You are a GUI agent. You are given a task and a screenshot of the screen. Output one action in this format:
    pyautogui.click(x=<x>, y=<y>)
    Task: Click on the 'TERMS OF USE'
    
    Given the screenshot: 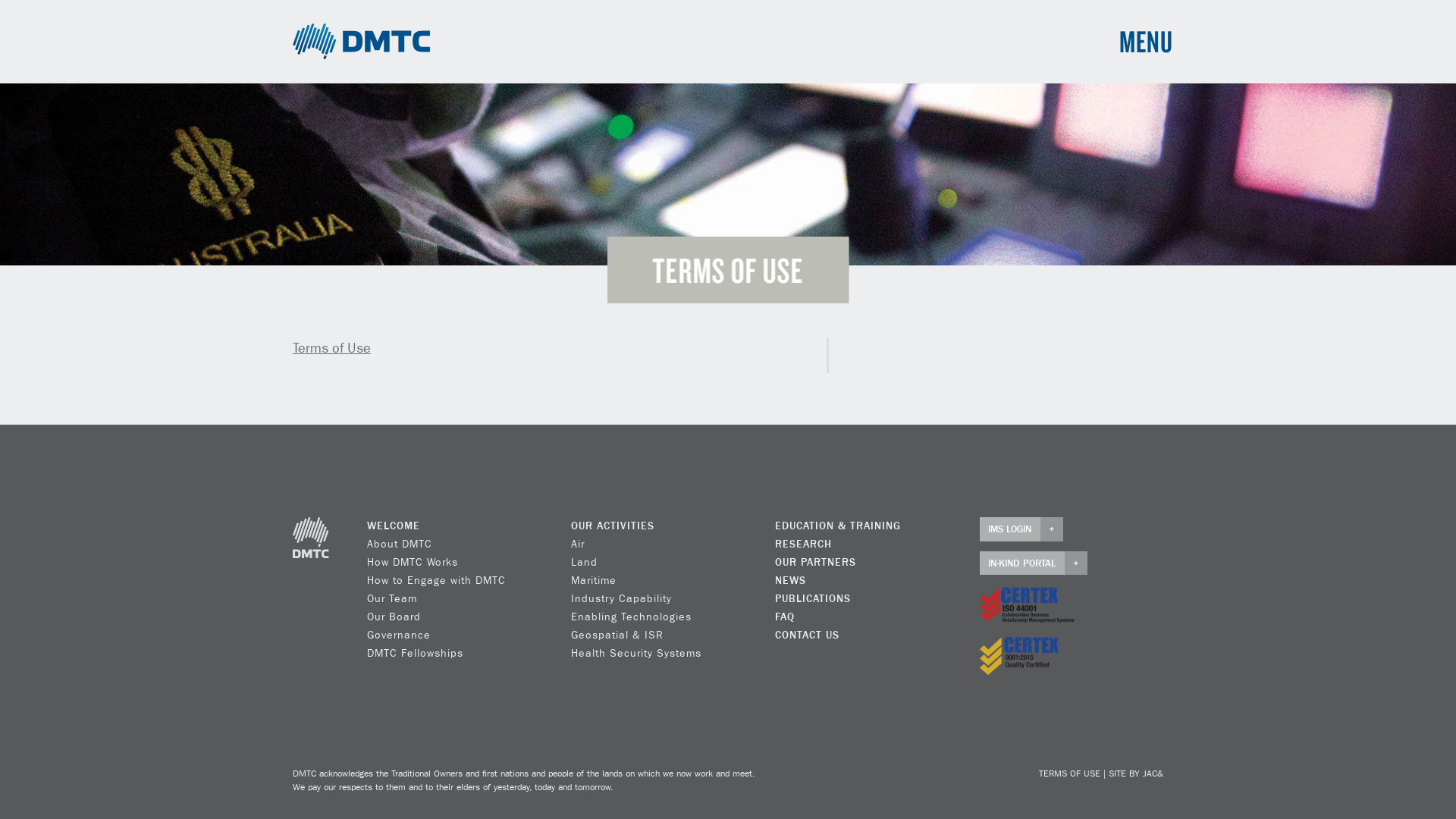 What is the action you would take?
    pyautogui.click(x=1068, y=774)
    